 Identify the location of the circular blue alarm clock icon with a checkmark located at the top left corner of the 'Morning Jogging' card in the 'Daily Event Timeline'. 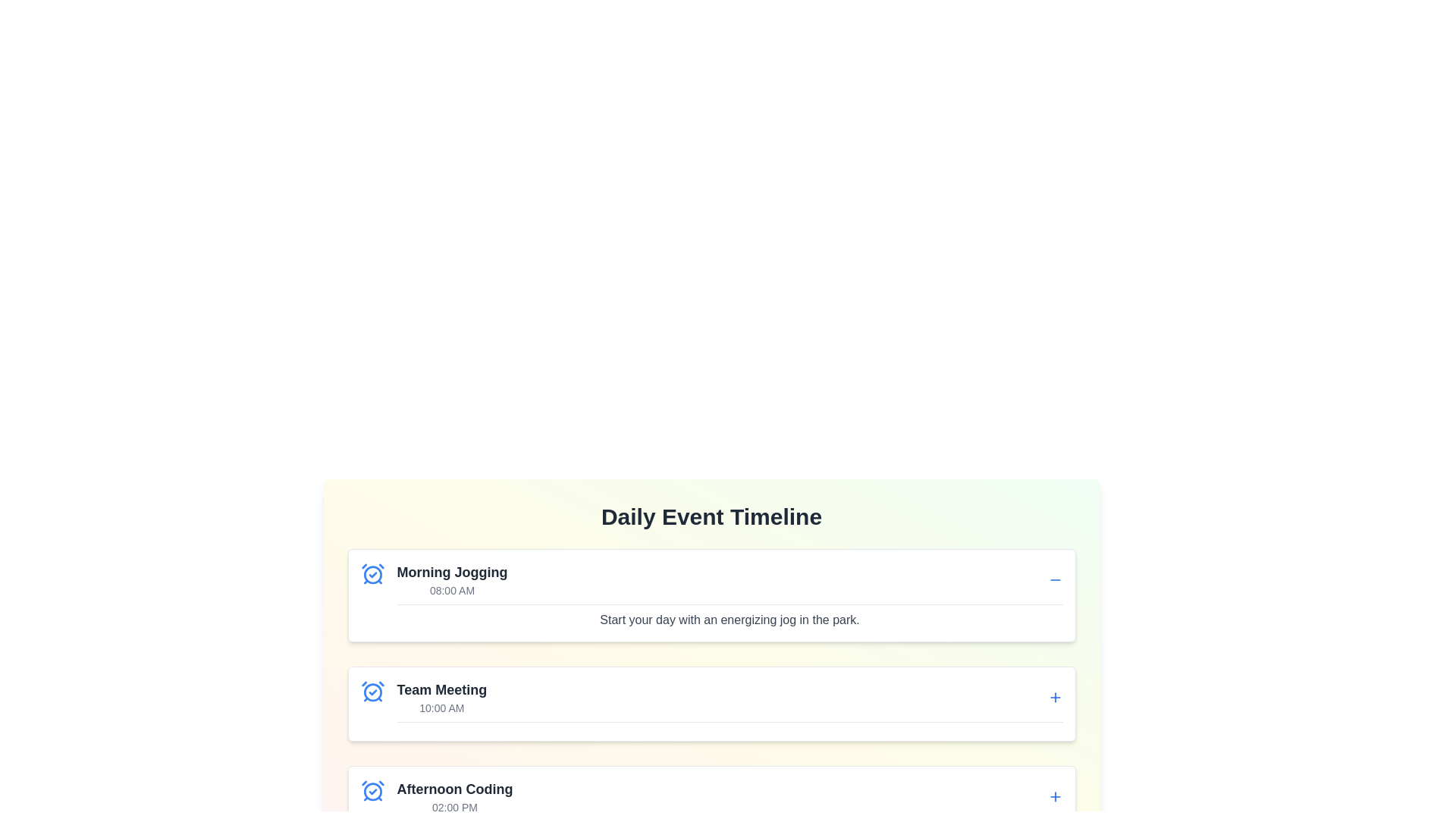
(372, 573).